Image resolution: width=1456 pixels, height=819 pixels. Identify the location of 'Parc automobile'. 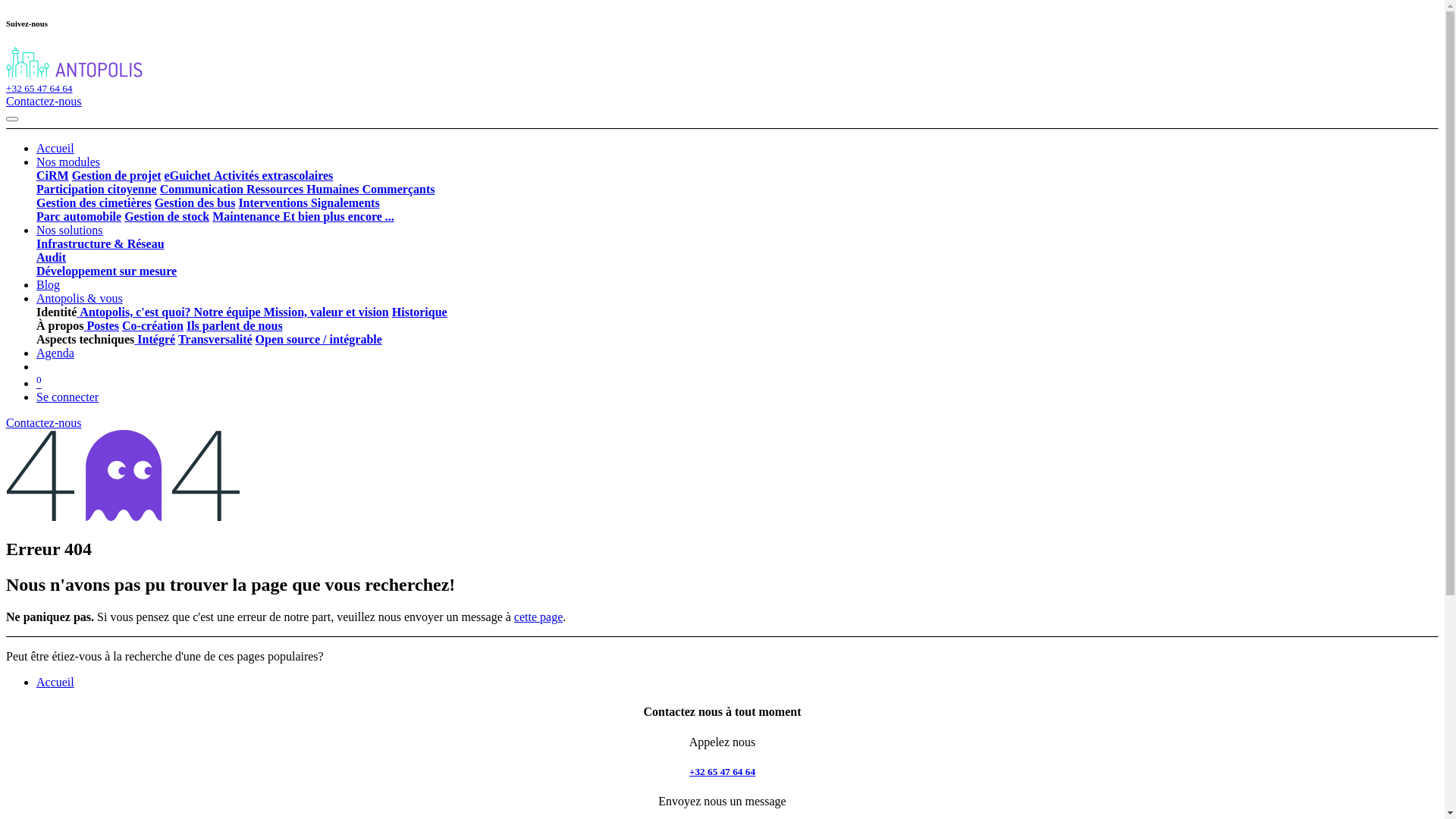
(78, 216).